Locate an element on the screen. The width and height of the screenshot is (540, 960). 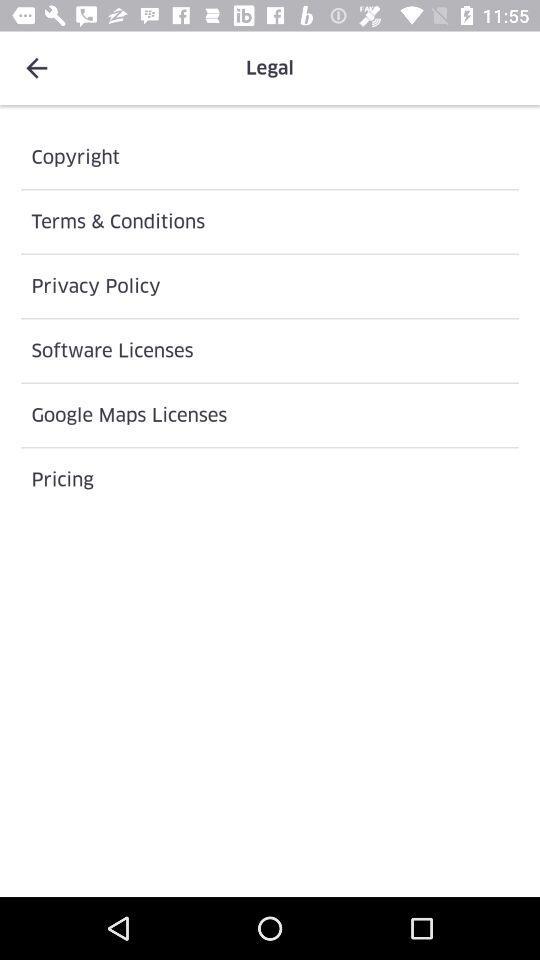
the software licenses icon is located at coordinates (270, 350).